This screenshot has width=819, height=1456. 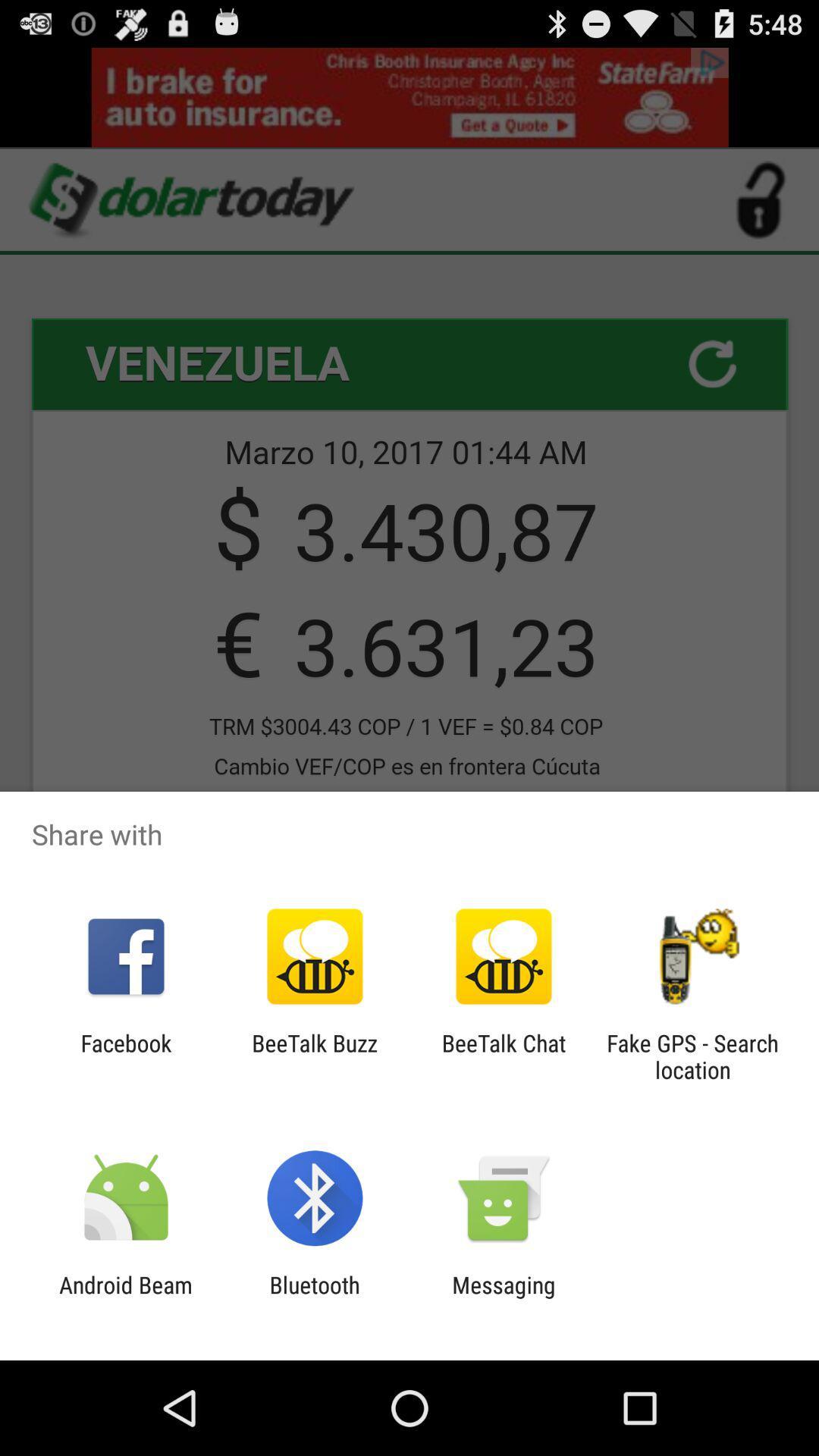 What do you see at coordinates (504, 1298) in the screenshot?
I see `the icon to the right of bluetooth app` at bounding box center [504, 1298].